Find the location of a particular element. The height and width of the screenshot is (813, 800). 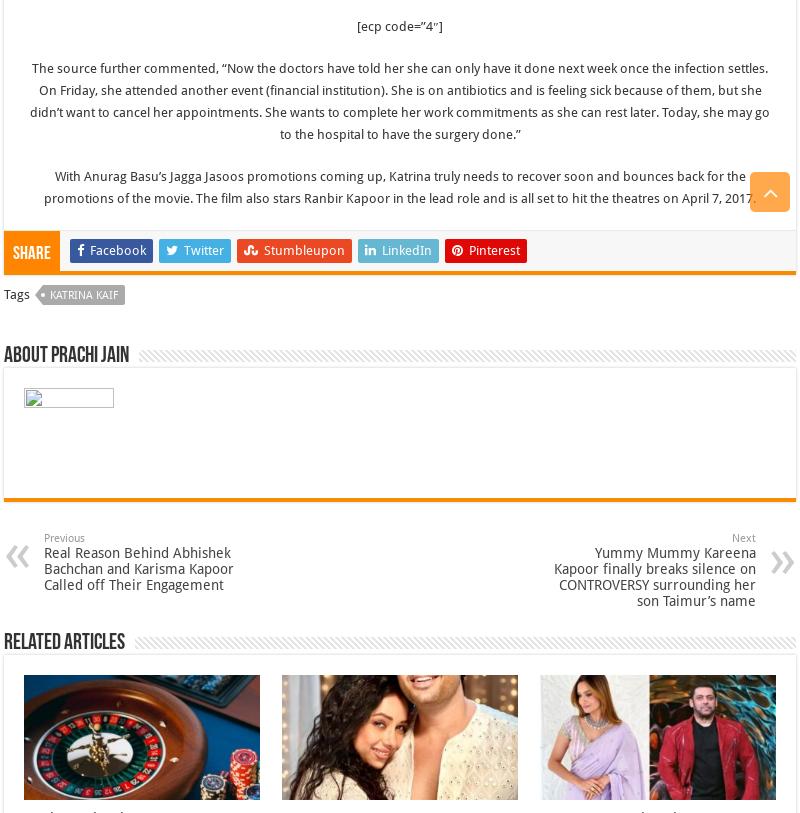

'The source further commented, “Now the doctors have told her she can only have it done next week once the infection settles. On Friday, she attended another event (financial institution). She is on antibiotics and is feeling sick because of them, but she didn’t want to cancel her appointments. She wants to complete her work commitments as she can rest later. Today, she may go to the hospital to have the surgery done.”' is located at coordinates (400, 99).